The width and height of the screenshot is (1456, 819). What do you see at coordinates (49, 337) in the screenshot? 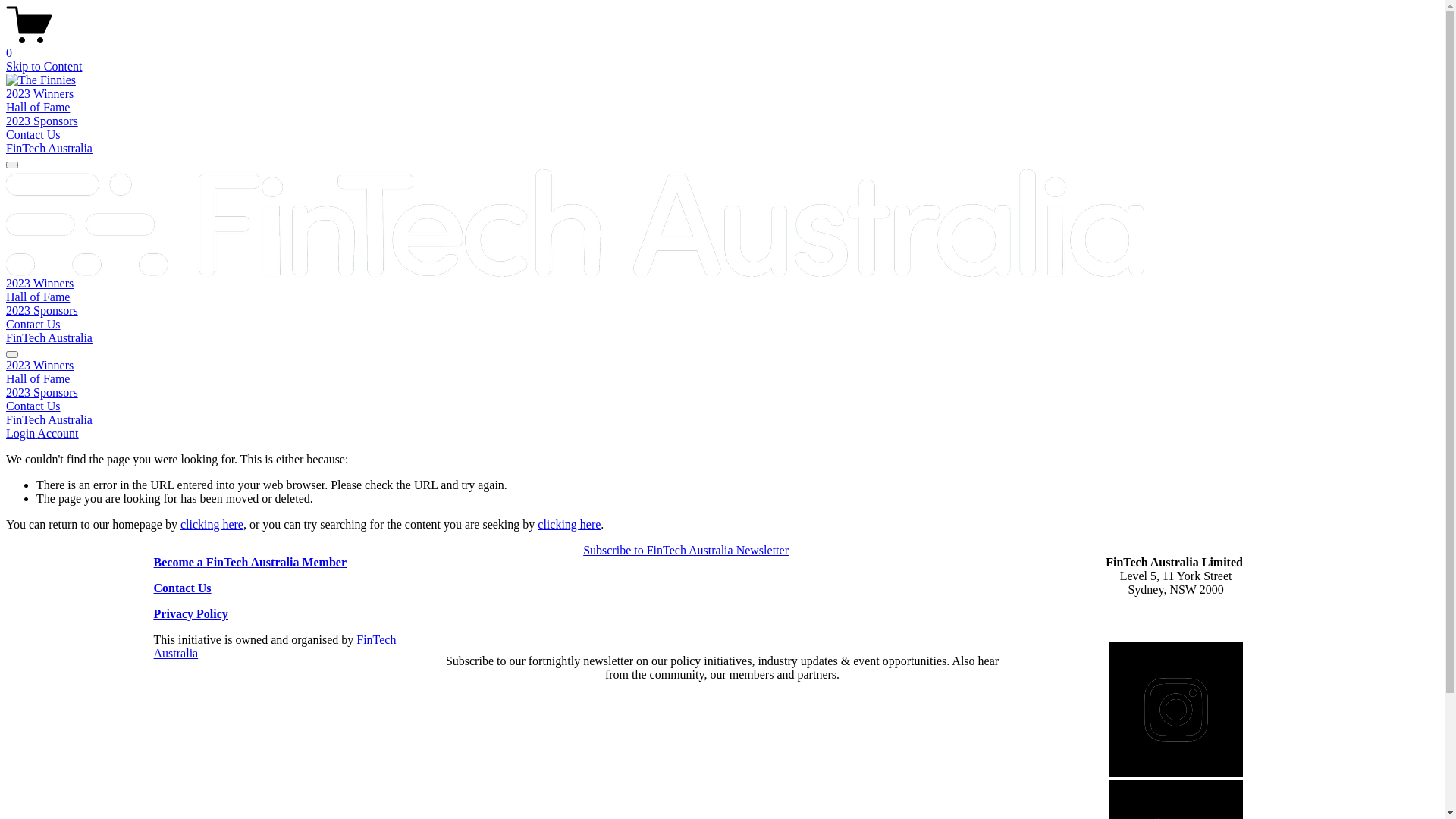
I see `'FinTech Australia'` at bounding box center [49, 337].